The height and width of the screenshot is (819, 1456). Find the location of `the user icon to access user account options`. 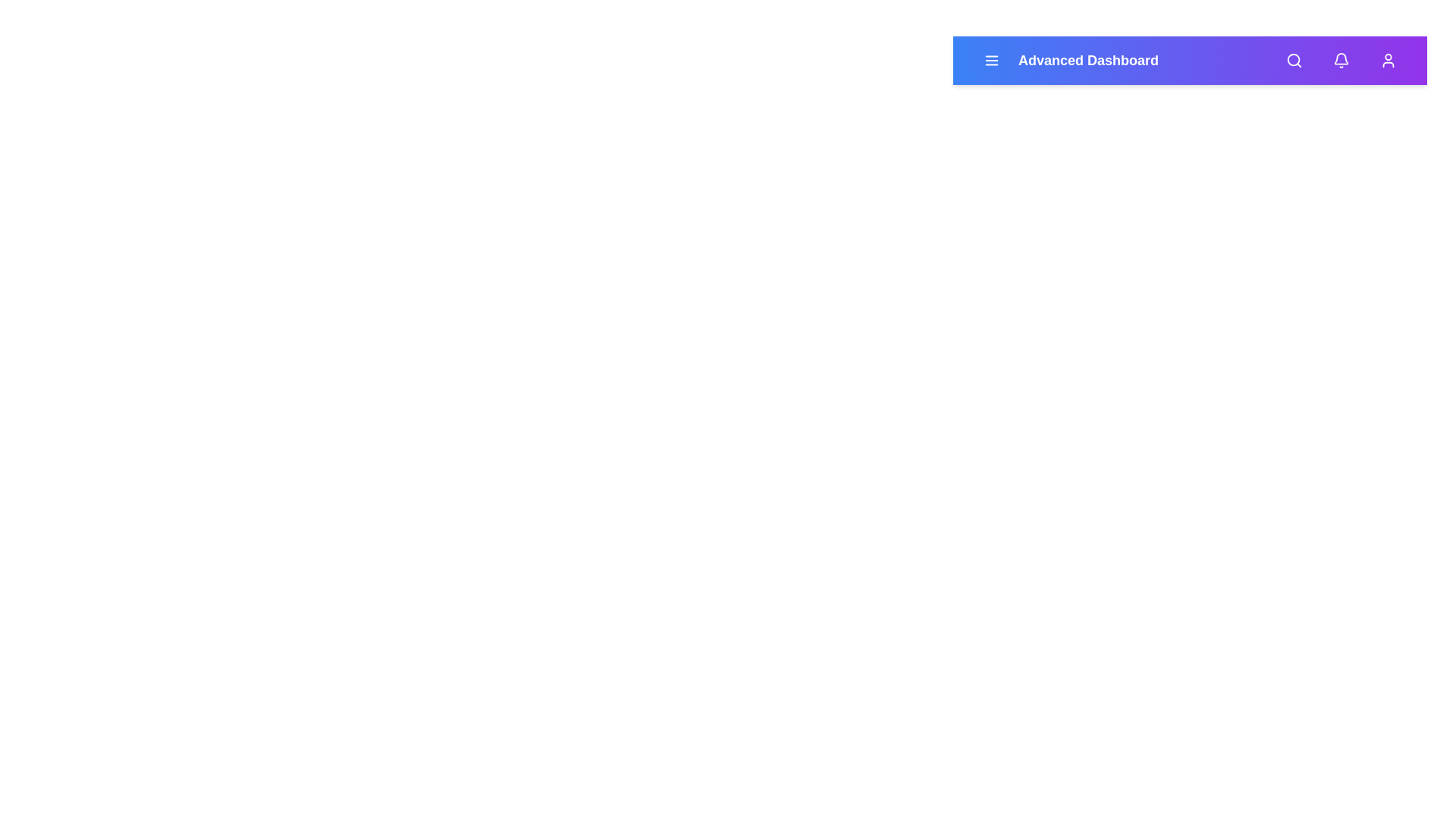

the user icon to access user account options is located at coordinates (1388, 60).